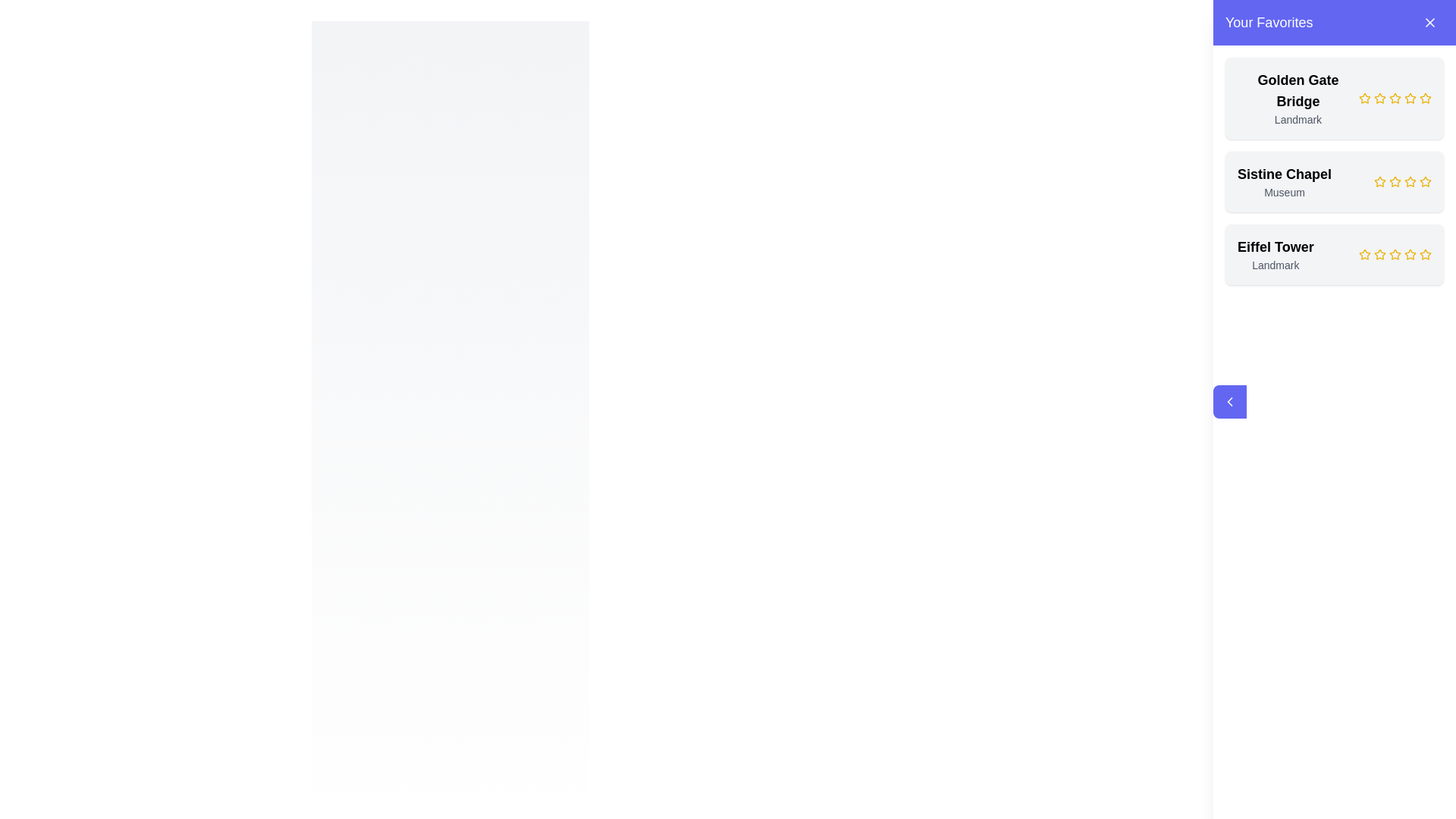 The height and width of the screenshot is (819, 1456). Describe the element at coordinates (1395, 99) in the screenshot. I see `the fourth star icon in the rating system of the 'Golden Gate Bridge' section in 'Your Favorites'` at that location.